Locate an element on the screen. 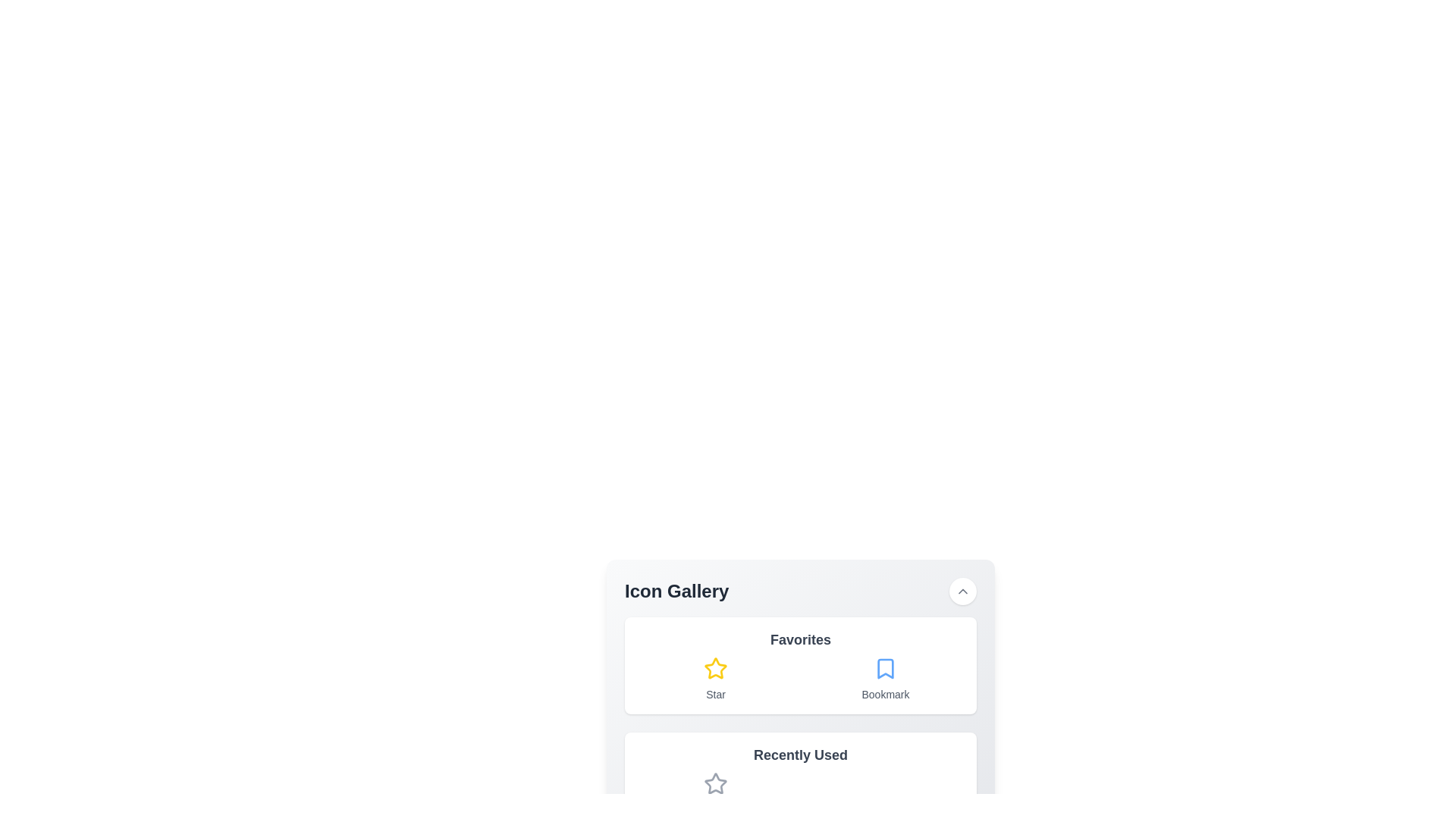 The height and width of the screenshot is (819, 1456). the text label that provides contextual information for the yellow star icon in the 'Favorites' section of the interface is located at coordinates (715, 694).